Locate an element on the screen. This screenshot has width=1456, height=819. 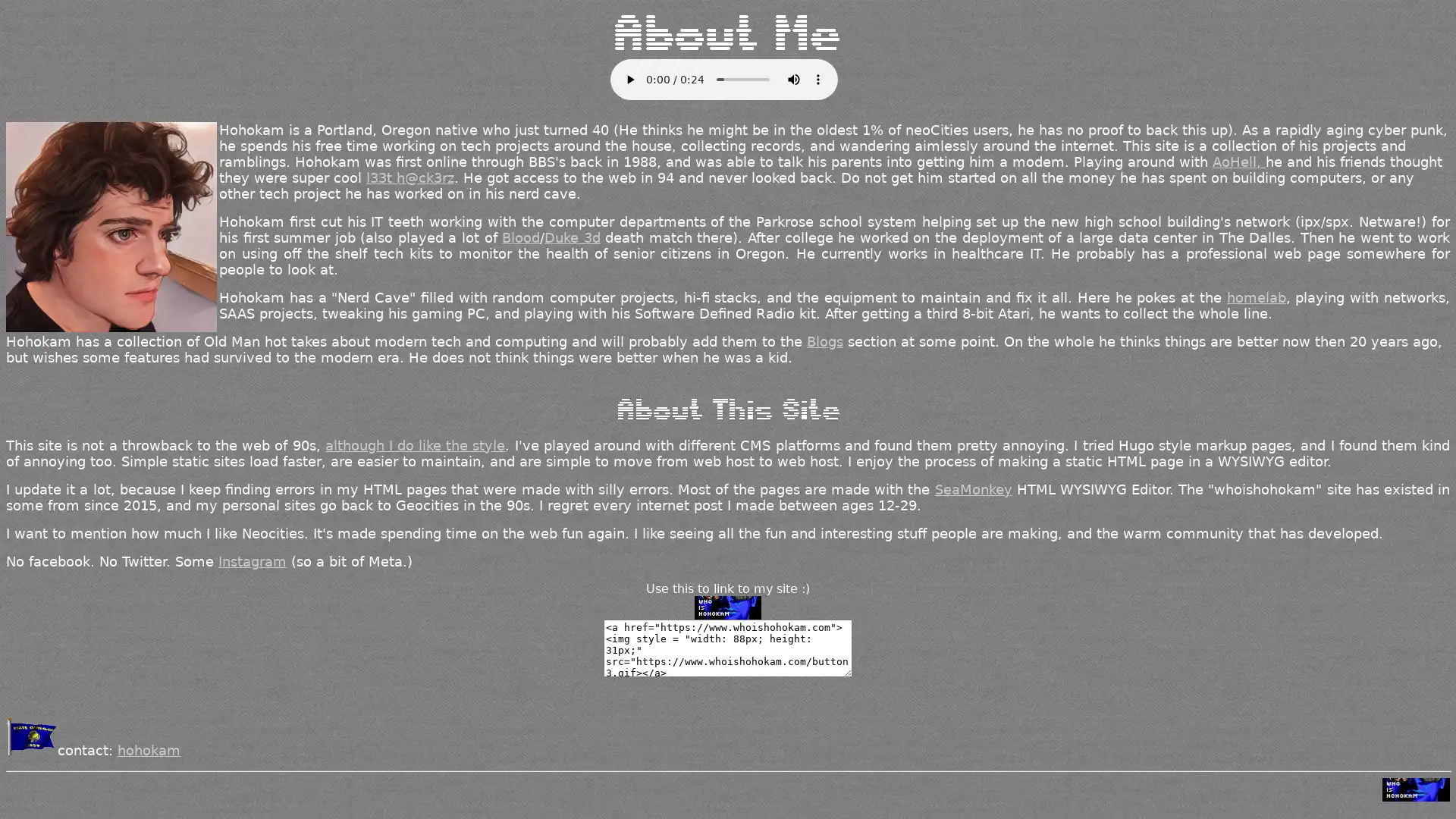
play is located at coordinates (629, 79).